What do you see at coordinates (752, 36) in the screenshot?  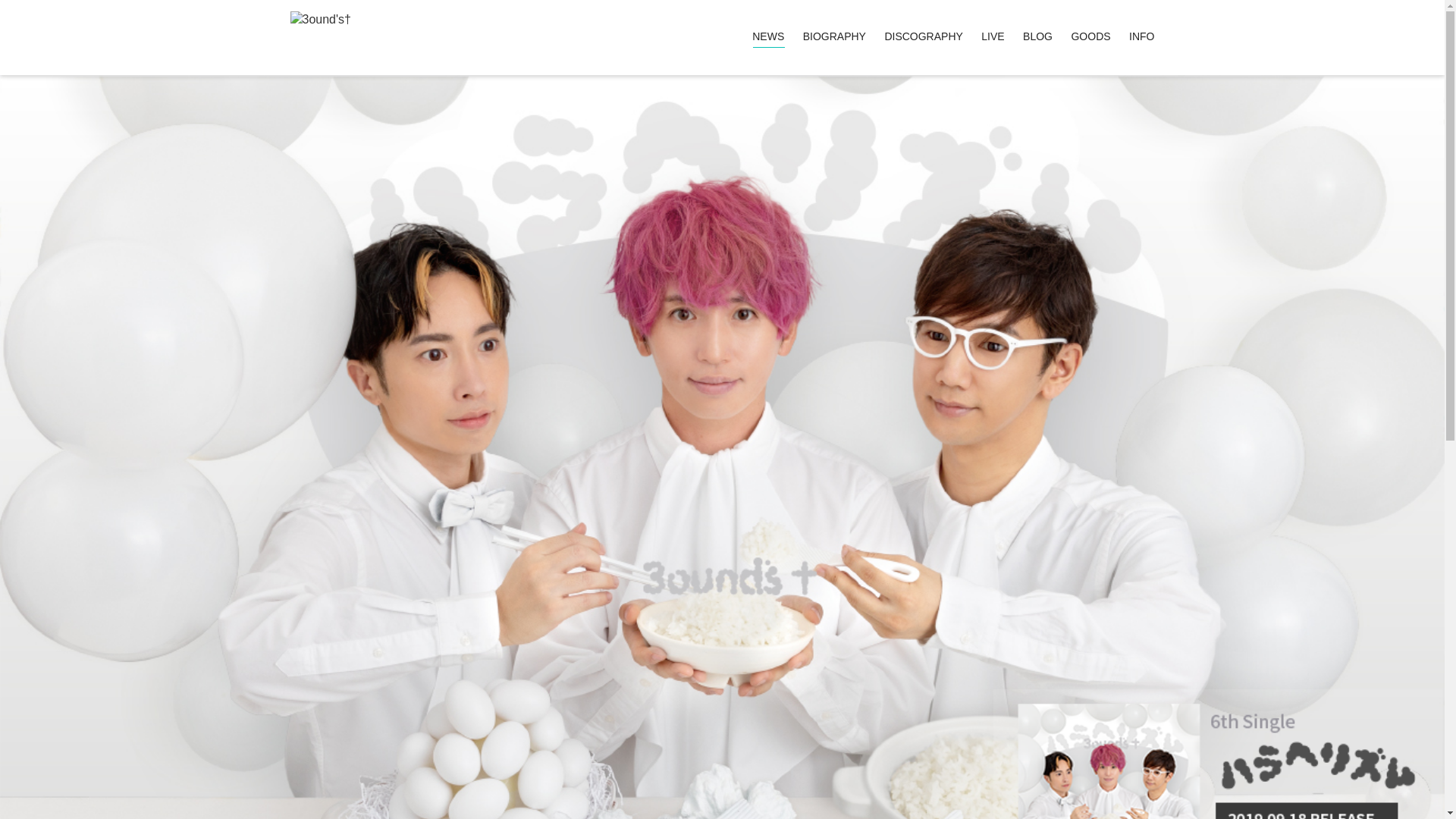 I see `'NEWS'` at bounding box center [752, 36].